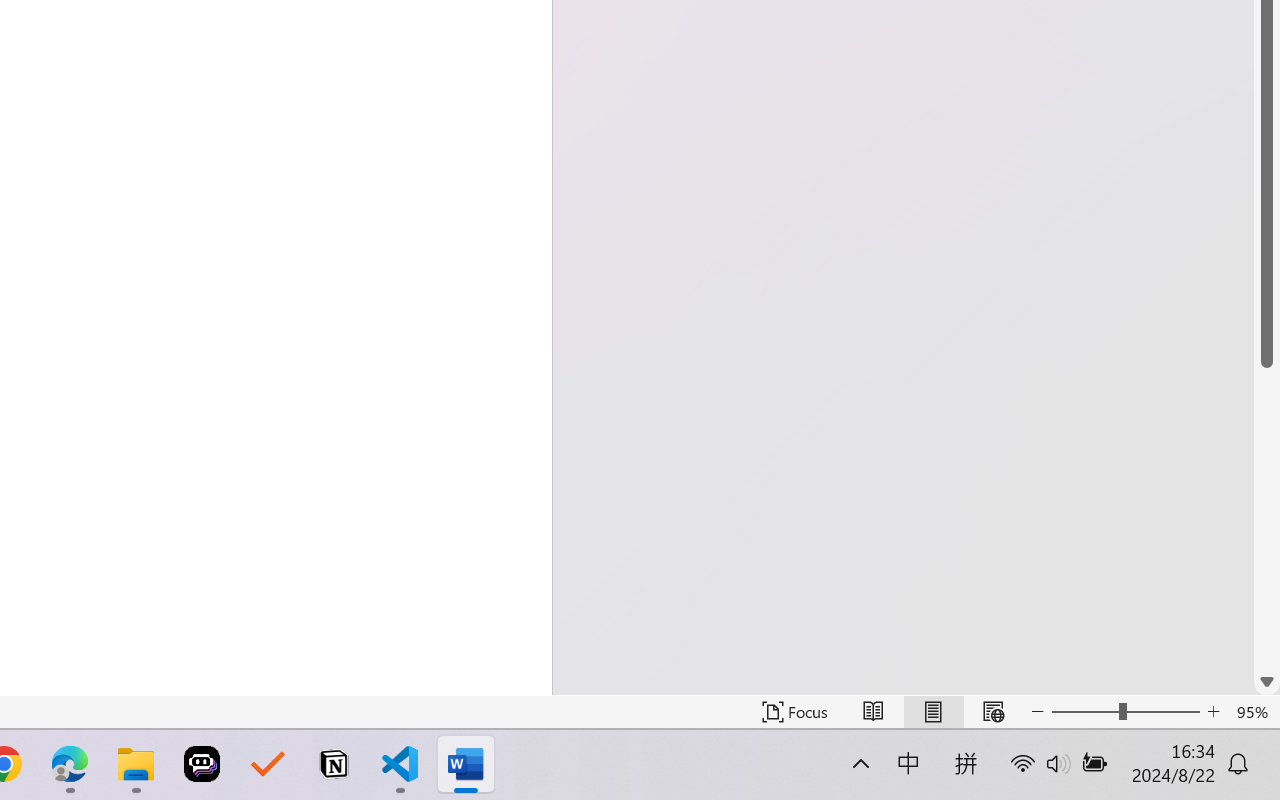 The width and height of the screenshot is (1280, 800). What do you see at coordinates (1266, 682) in the screenshot?
I see `'Line down'` at bounding box center [1266, 682].